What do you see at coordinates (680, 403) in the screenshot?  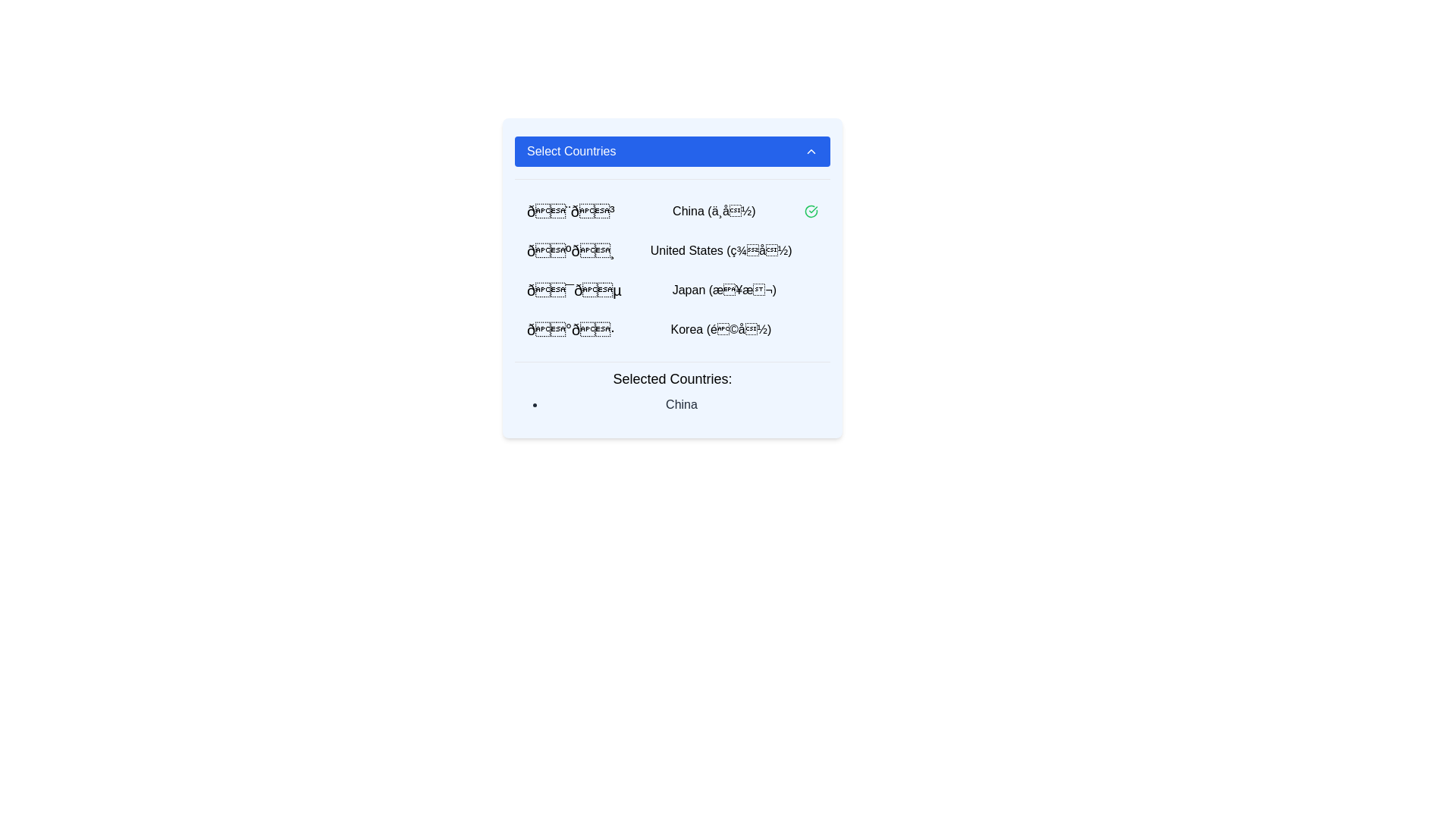 I see `the text label displaying 'China' which is the only bullet point under the header 'Selected Countries:' to potentially reveal tooltips` at bounding box center [680, 403].